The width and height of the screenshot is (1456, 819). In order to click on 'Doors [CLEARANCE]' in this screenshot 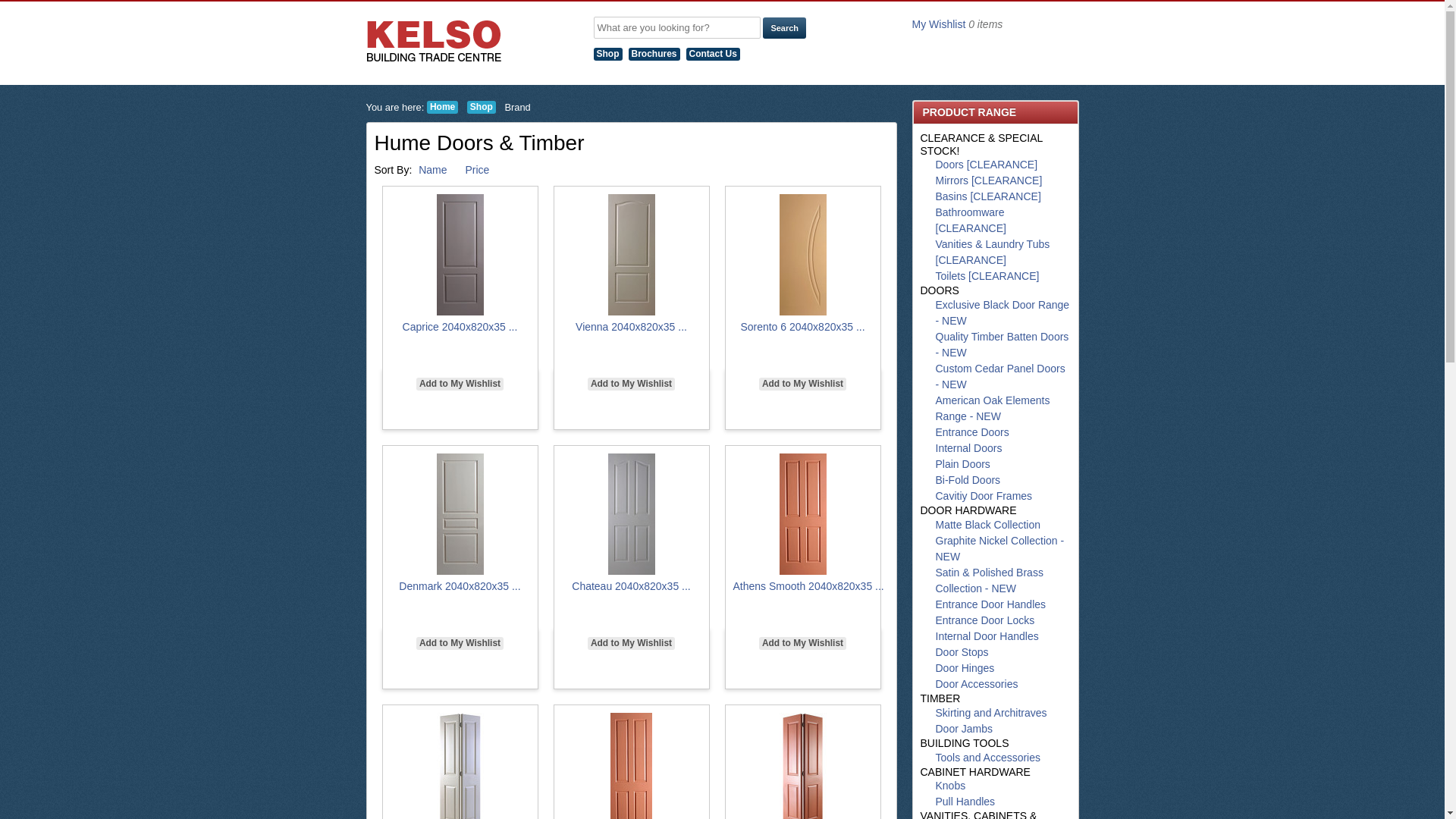, I will do `click(987, 164)`.